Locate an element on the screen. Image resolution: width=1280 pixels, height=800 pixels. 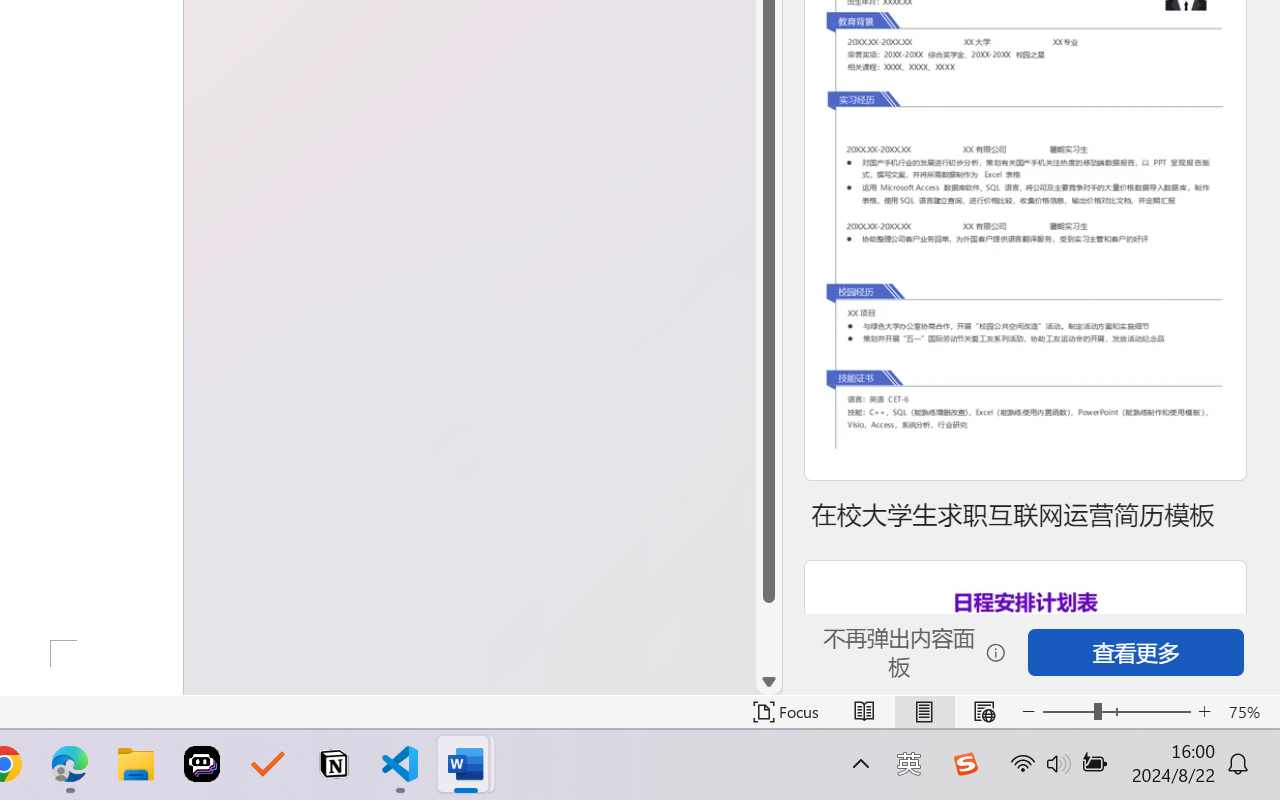
'Print Layout' is located at coordinates (923, 711).